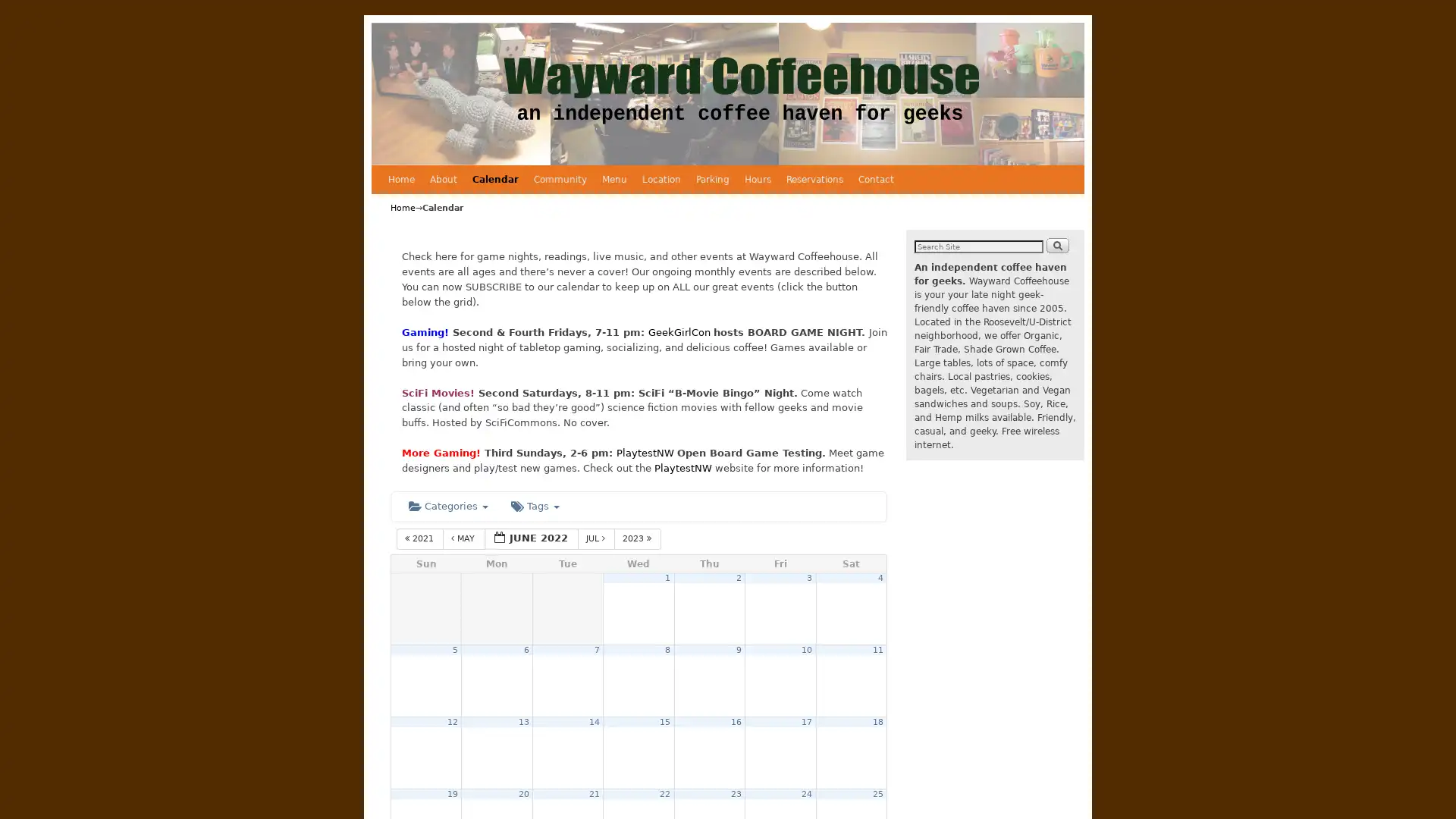  What do you see at coordinates (1057, 244) in the screenshot?
I see `Search` at bounding box center [1057, 244].